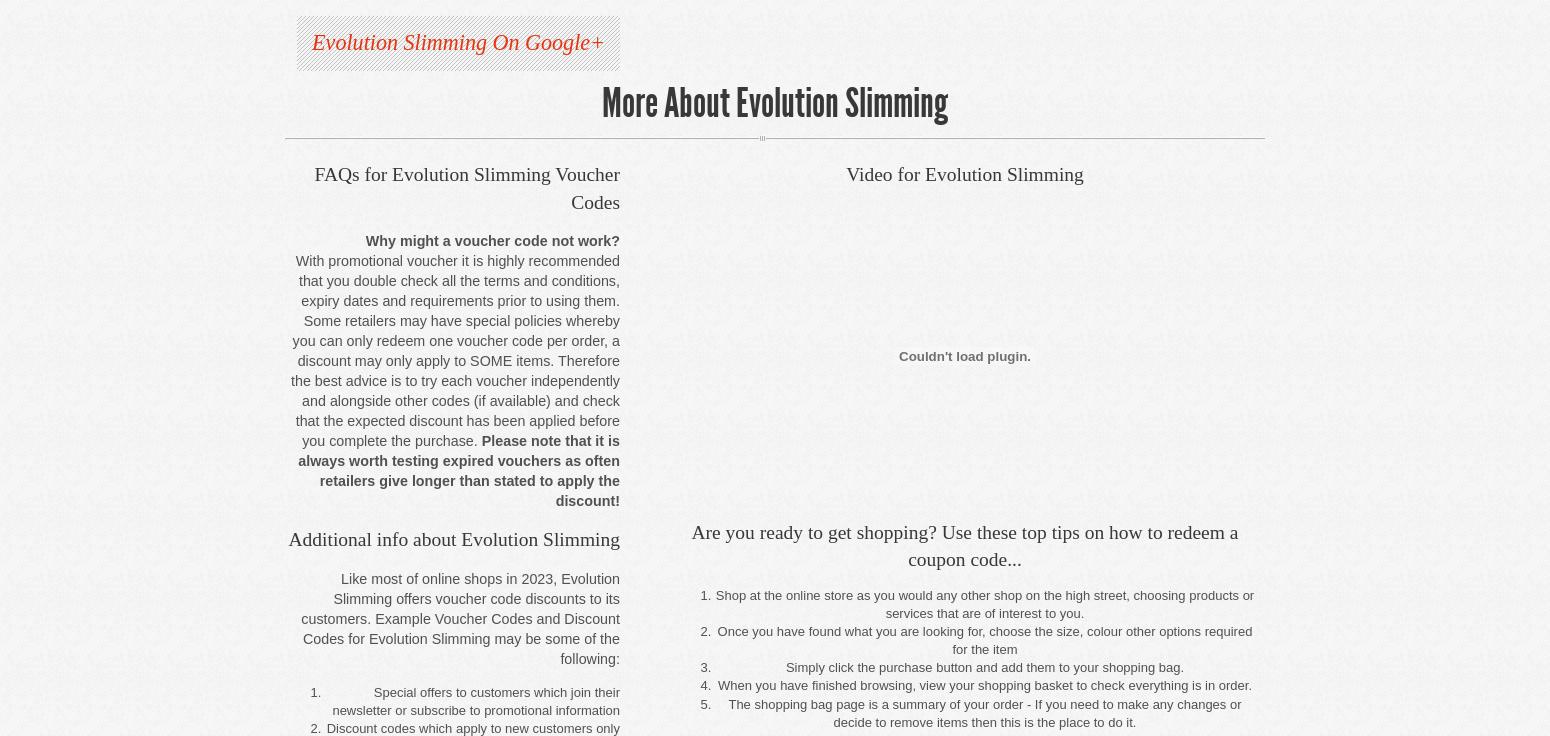  I want to click on 'When you have finished browsing, view your shopping basket to check everything is in order.', so click(717, 684).